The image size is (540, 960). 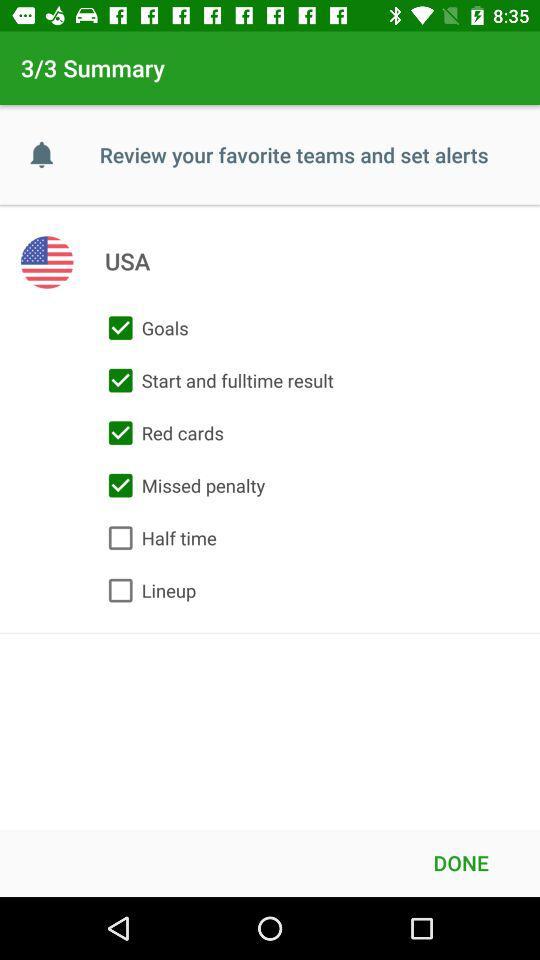 What do you see at coordinates (160, 433) in the screenshot?
I see `icon above the missed penalty item` at bounding box center [160, 433].